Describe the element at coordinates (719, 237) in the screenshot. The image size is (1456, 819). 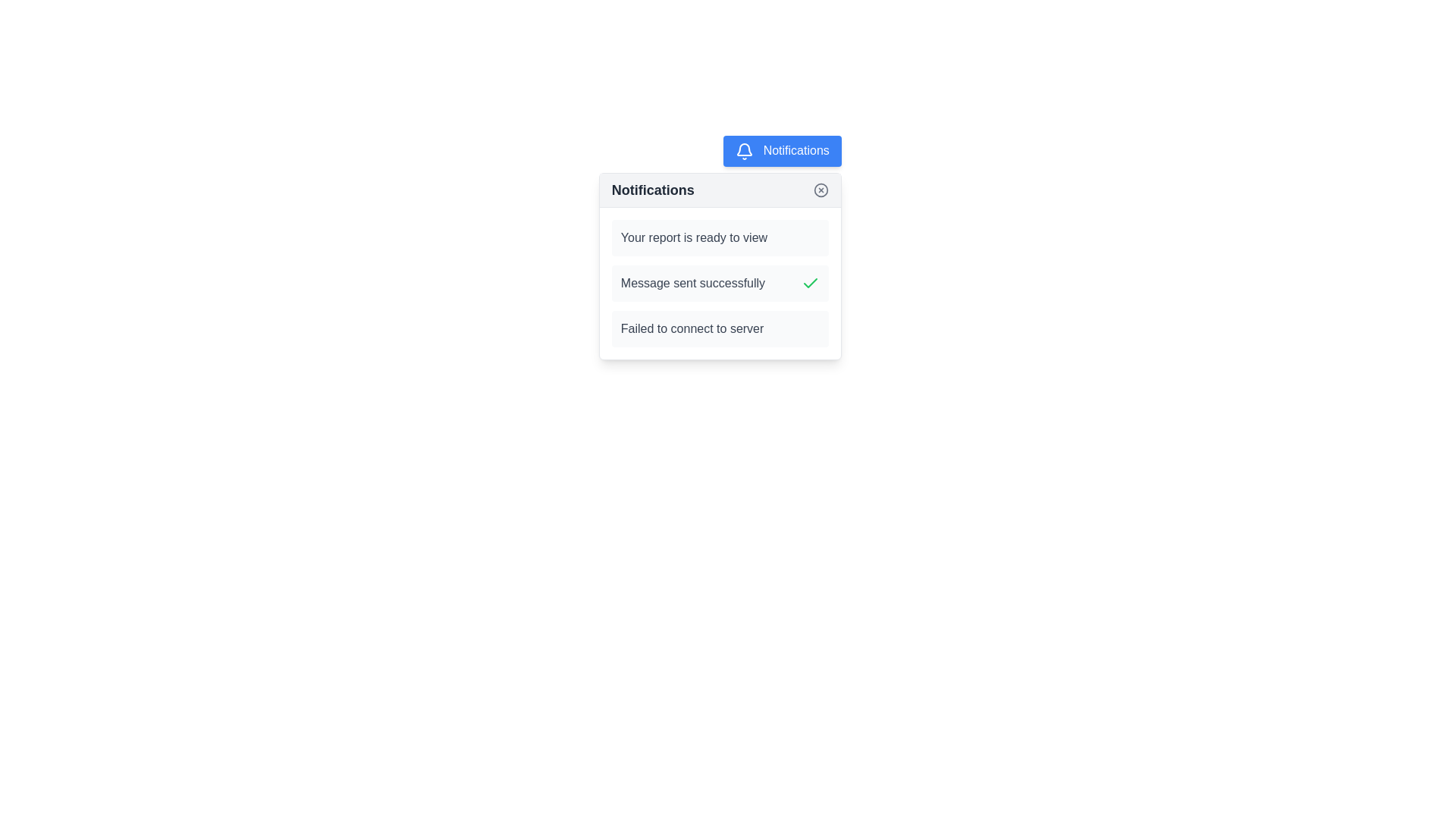
I see `notification text displayed in the light gray notification banner that states 'Your report is ready to view', located at the top of the notifications list` at that location.